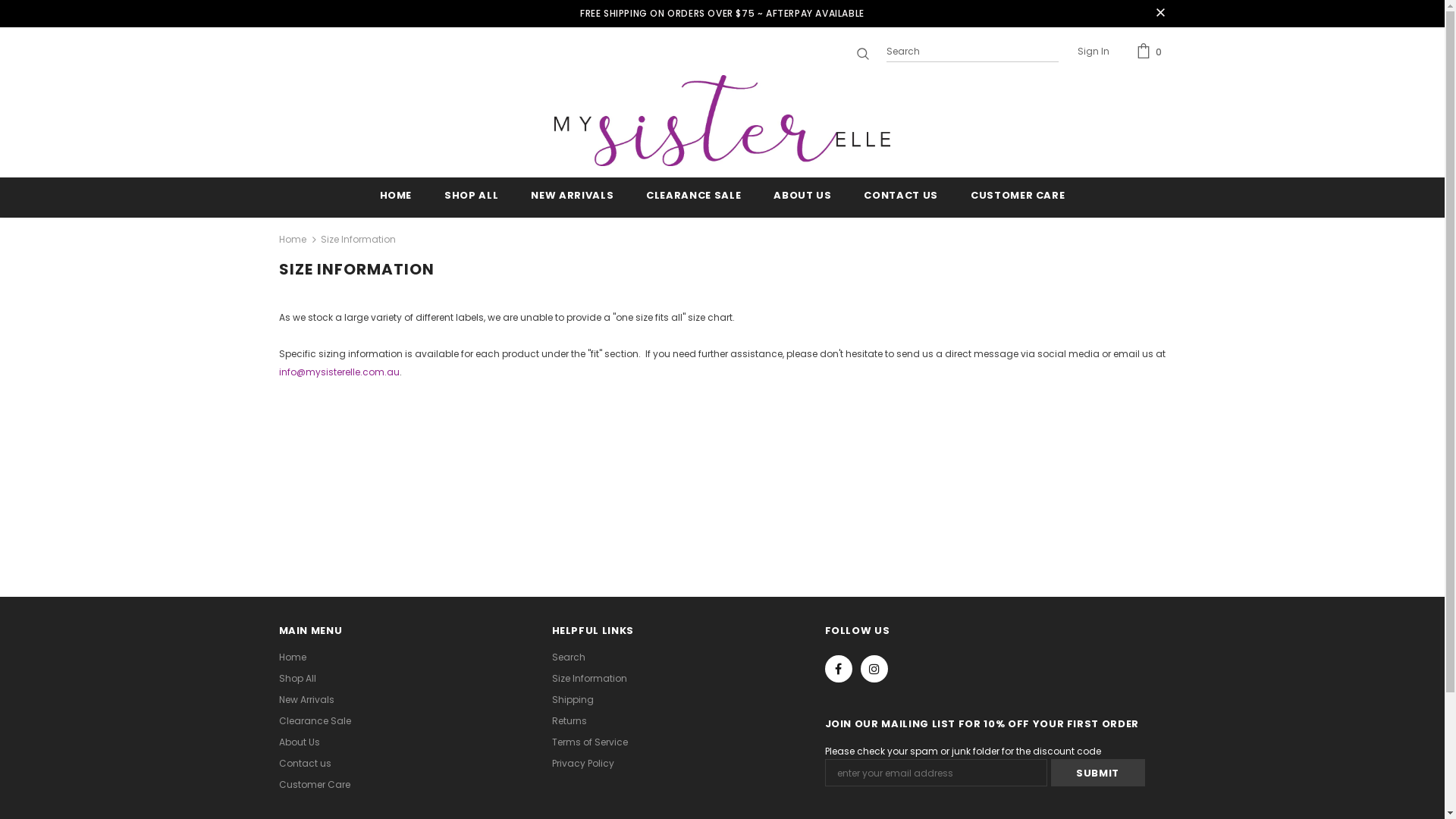 This screenshot has width=1456, height=819. I want to click on 'Submit', so click(1050, 772).